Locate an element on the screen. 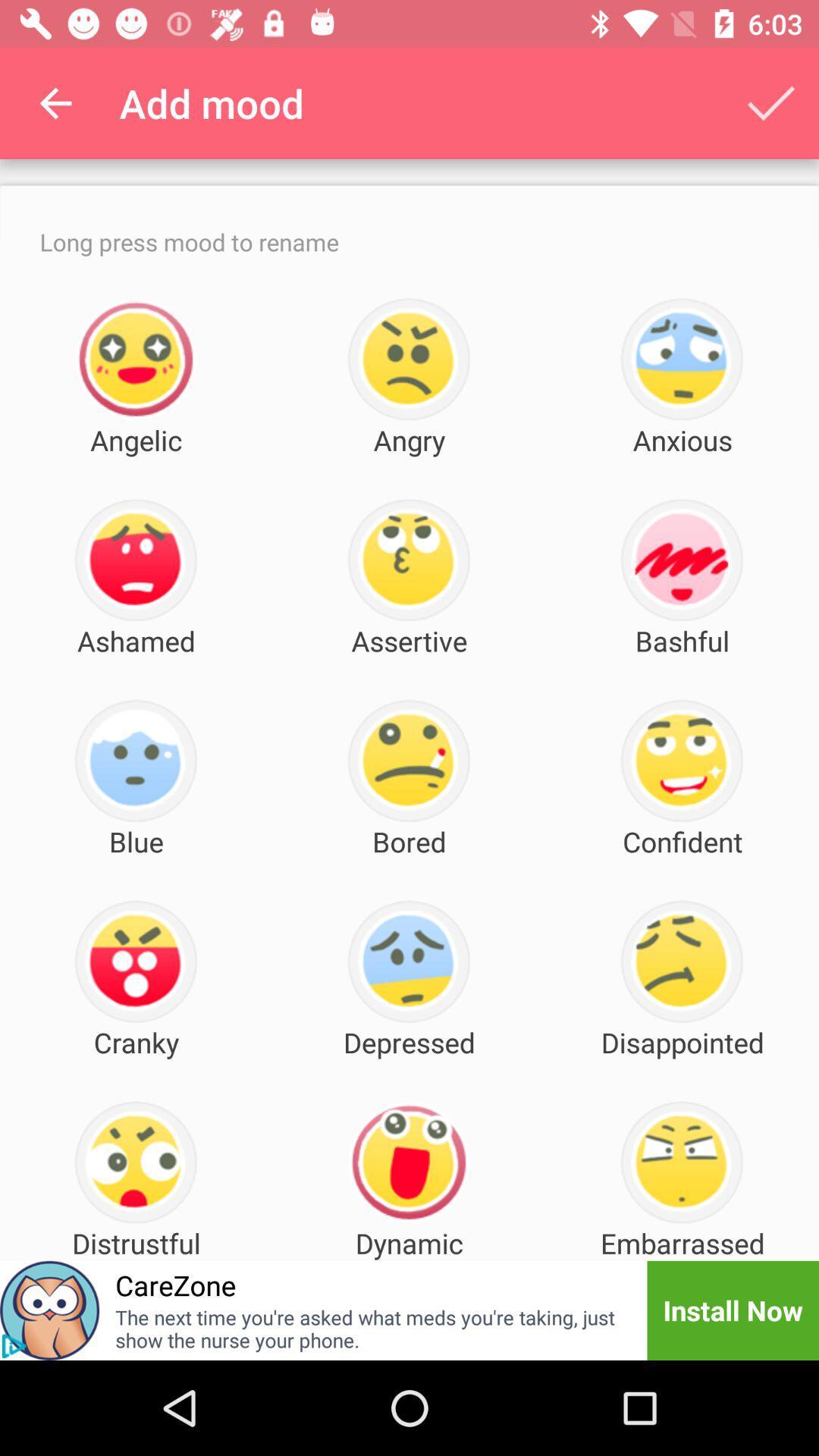  install now item is located at coordinates (732, 1310).